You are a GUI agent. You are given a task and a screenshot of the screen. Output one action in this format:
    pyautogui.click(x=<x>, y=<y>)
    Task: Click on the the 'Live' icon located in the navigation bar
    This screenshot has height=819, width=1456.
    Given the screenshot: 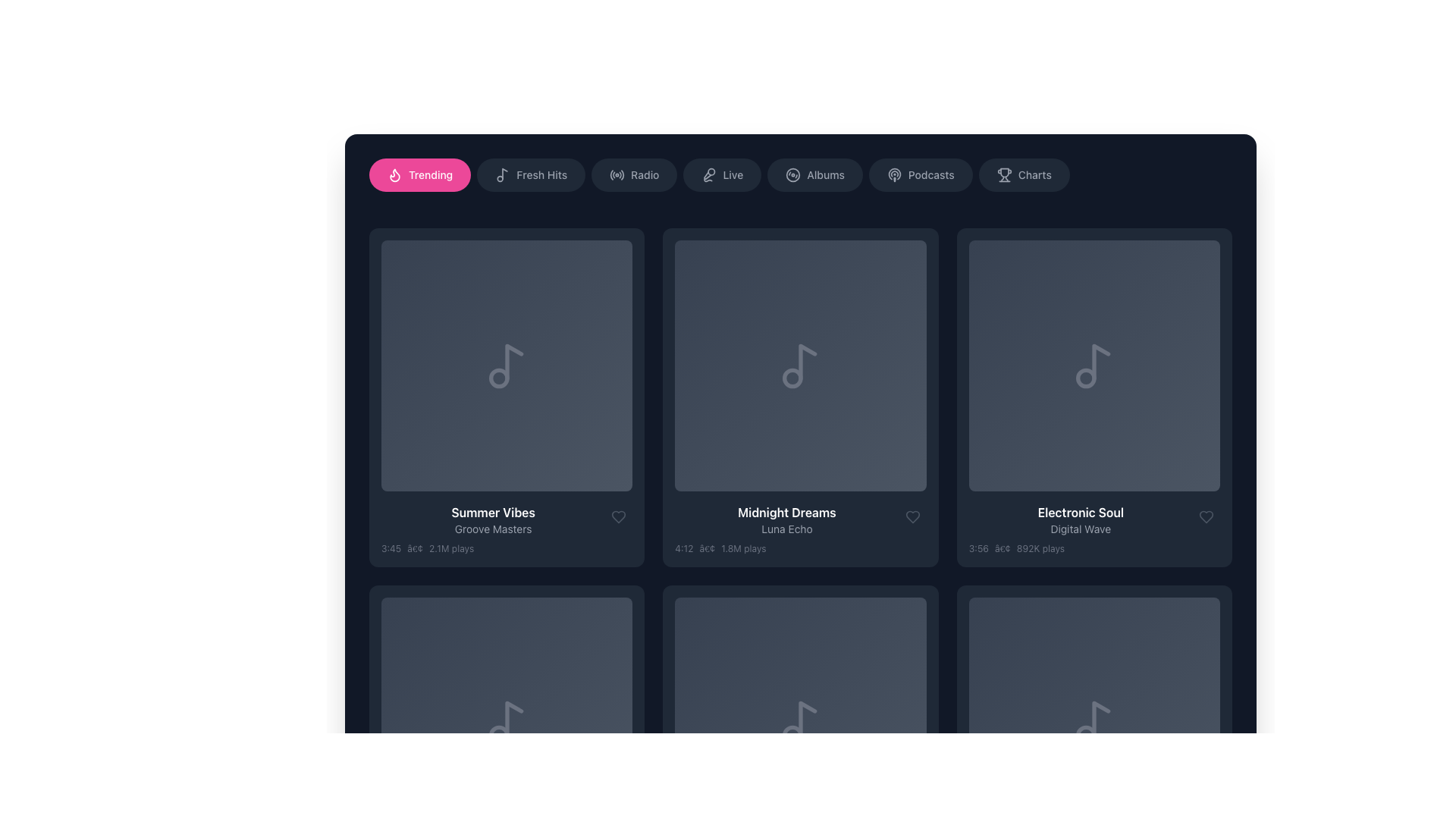 What is the action you would take?
    pyautogui.click(x=708, y=174)
    